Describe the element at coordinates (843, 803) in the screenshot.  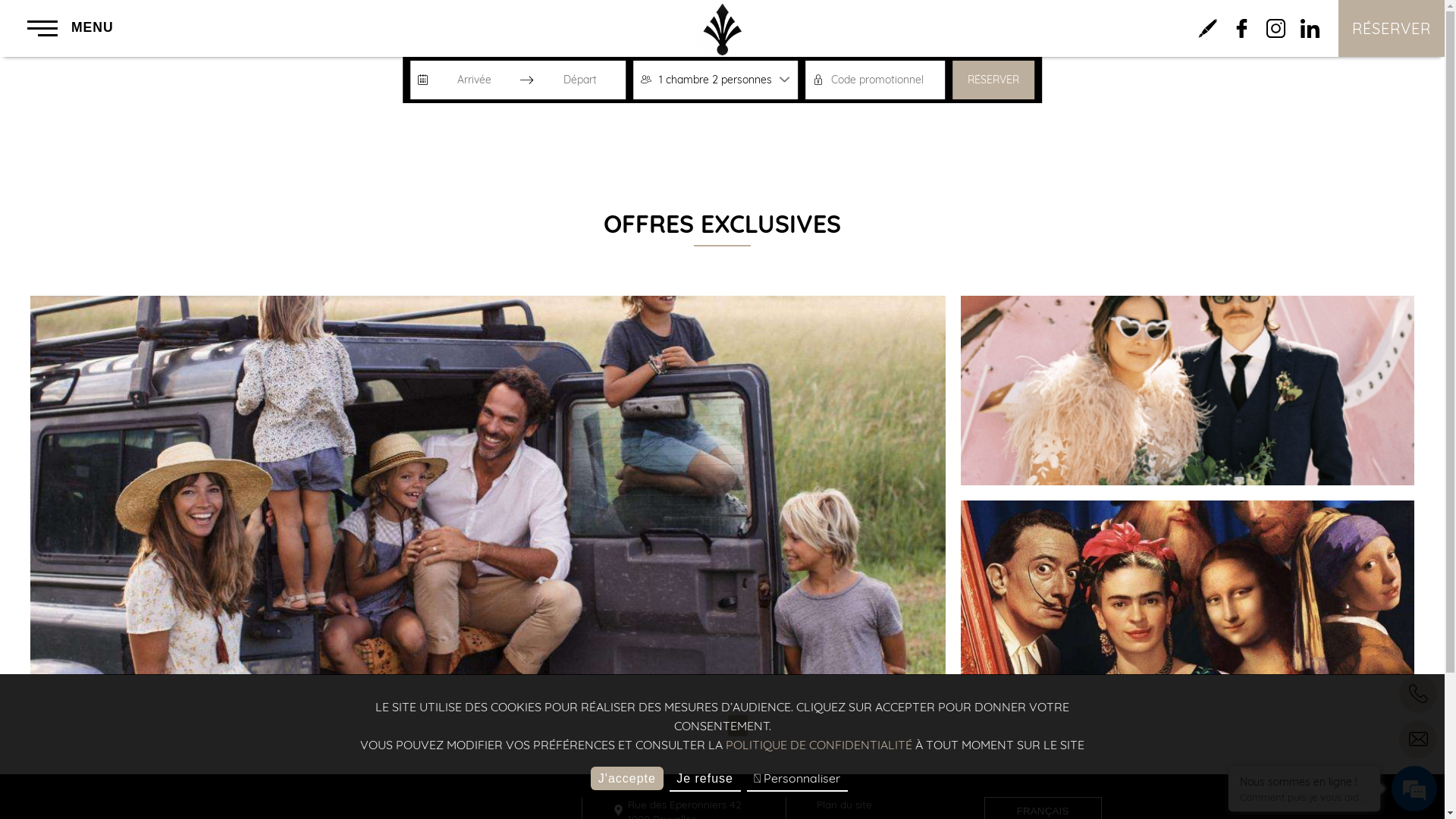
I see `'Plan du site'` at that location.